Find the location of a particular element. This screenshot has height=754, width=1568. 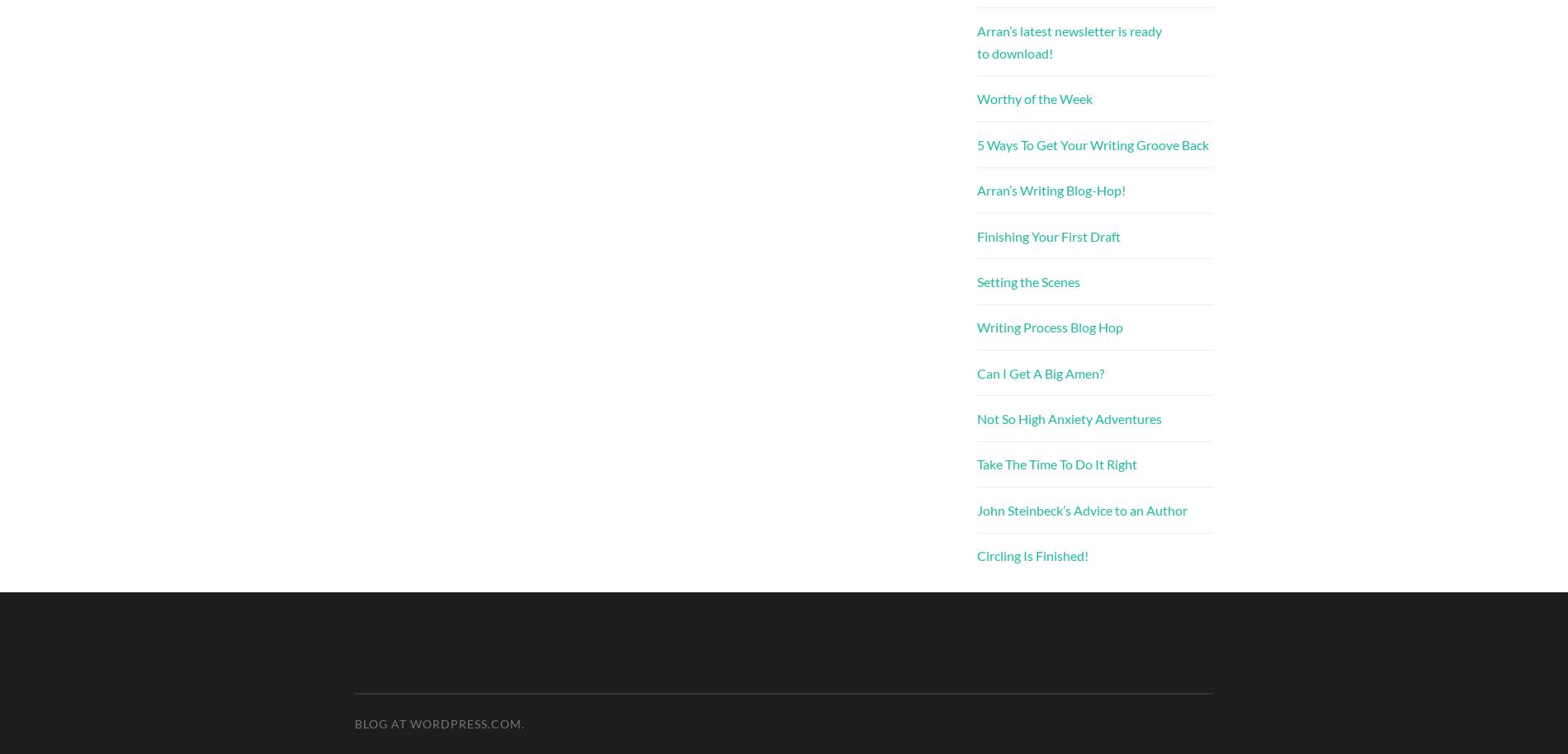

'5 Ways To Get Your Writing Groove Back' is located at coordinates (1092, 143).